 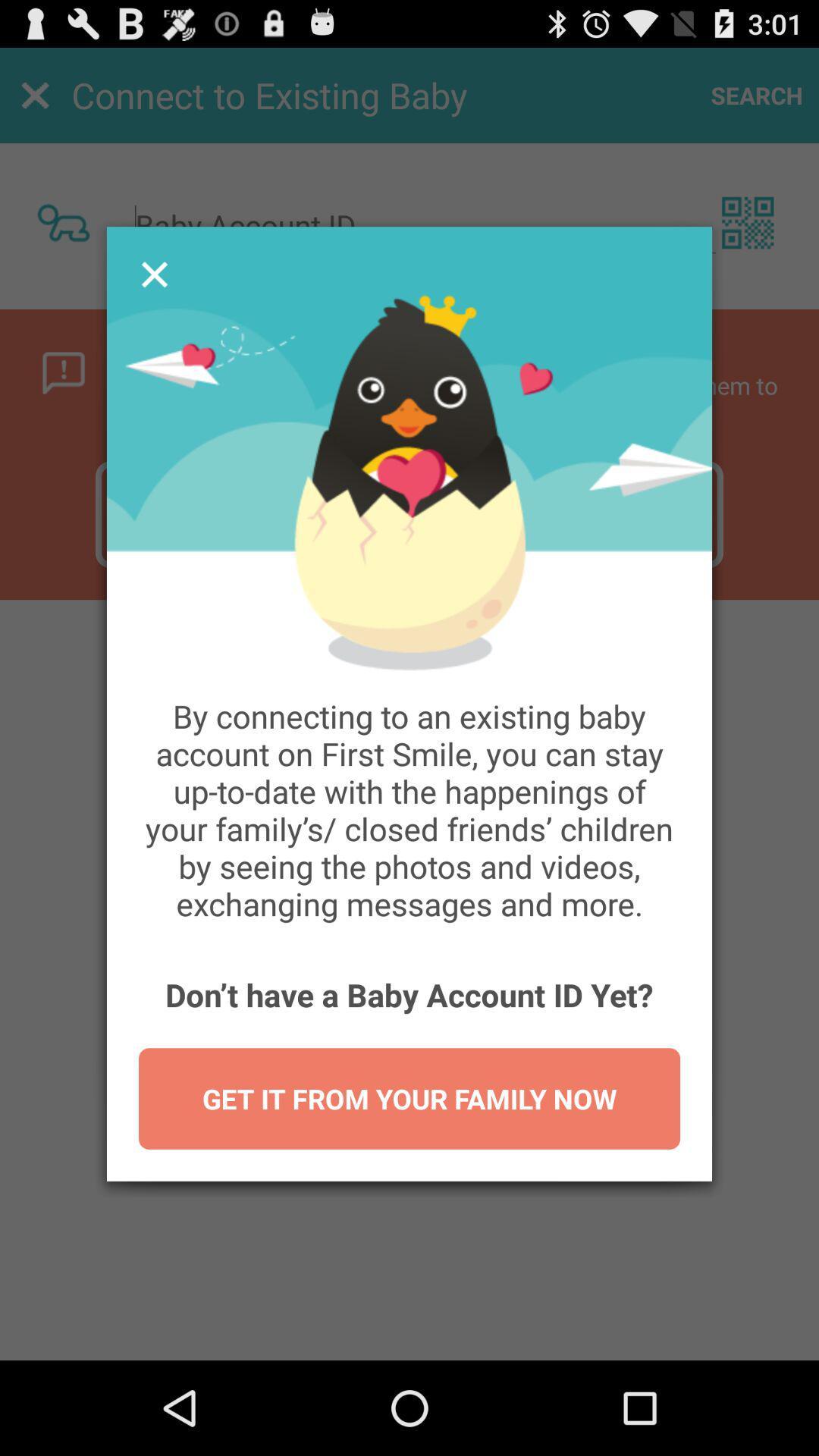 What do you see at coordinates (155, 275) in the screenshot?
I see `app above the by connecting to app` at bounding box center [155, 275].